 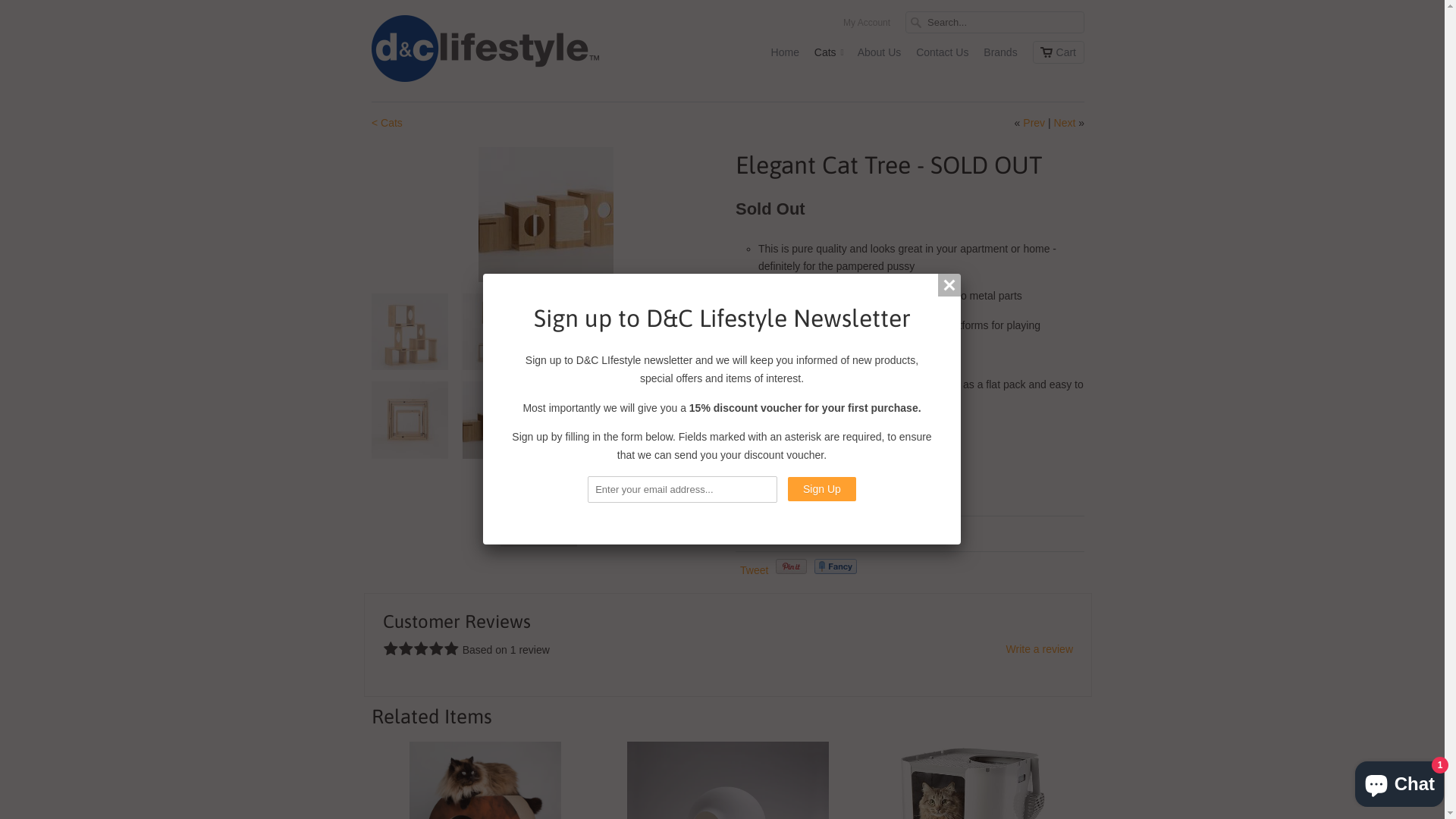 I want to click on '< Cats', so click(x=371, y=122).